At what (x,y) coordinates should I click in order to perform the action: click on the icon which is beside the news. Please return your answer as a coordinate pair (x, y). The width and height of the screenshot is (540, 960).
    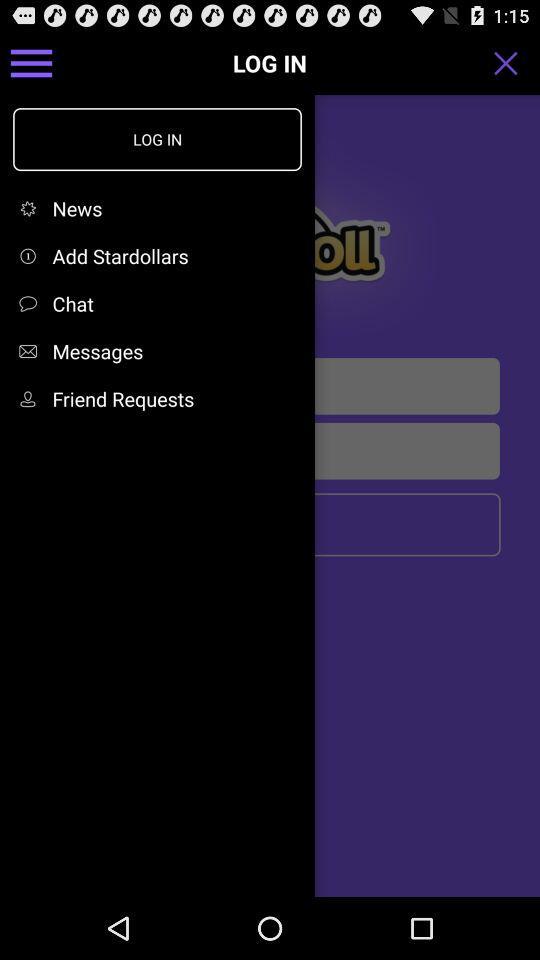
    Looking at the image, I should click on (31, 208).